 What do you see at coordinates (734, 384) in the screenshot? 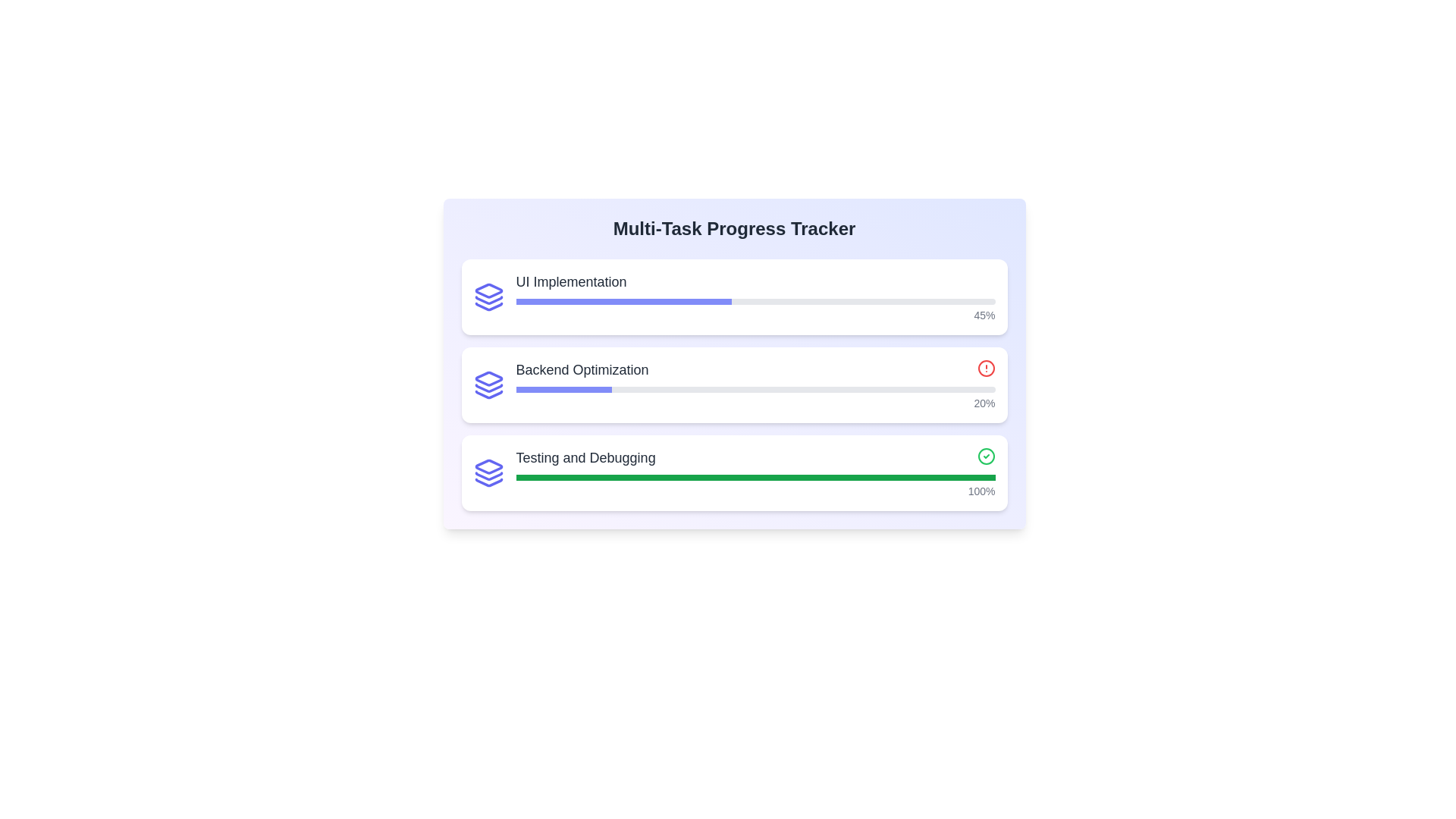
I see `the fill level of the progress bar indicating the 'Backend Optimization' task, which is currently at 20% and marked with a red exclamation icon` at bounding box center [734, 384].